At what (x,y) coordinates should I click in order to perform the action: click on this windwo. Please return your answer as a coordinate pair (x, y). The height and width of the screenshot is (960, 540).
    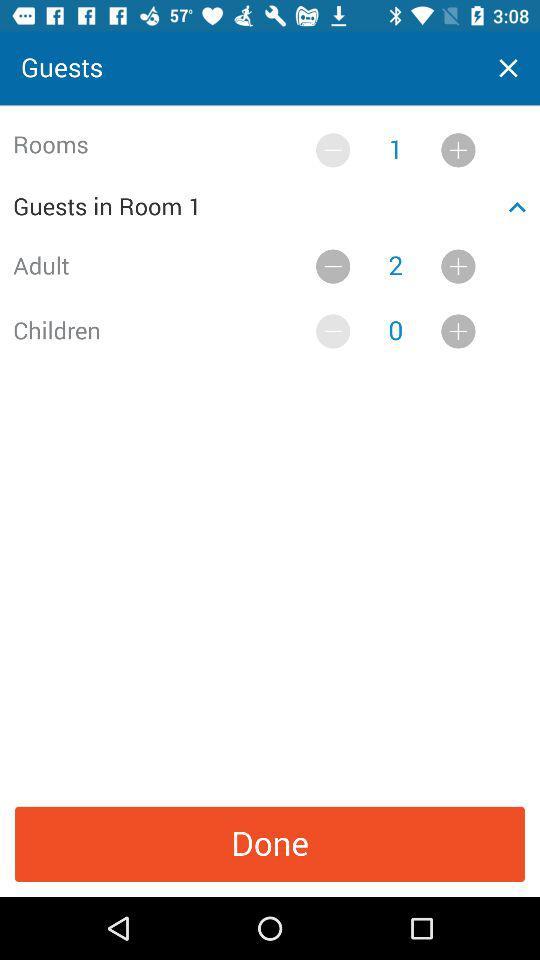
    Looking at the image, I should click on (508, 68).